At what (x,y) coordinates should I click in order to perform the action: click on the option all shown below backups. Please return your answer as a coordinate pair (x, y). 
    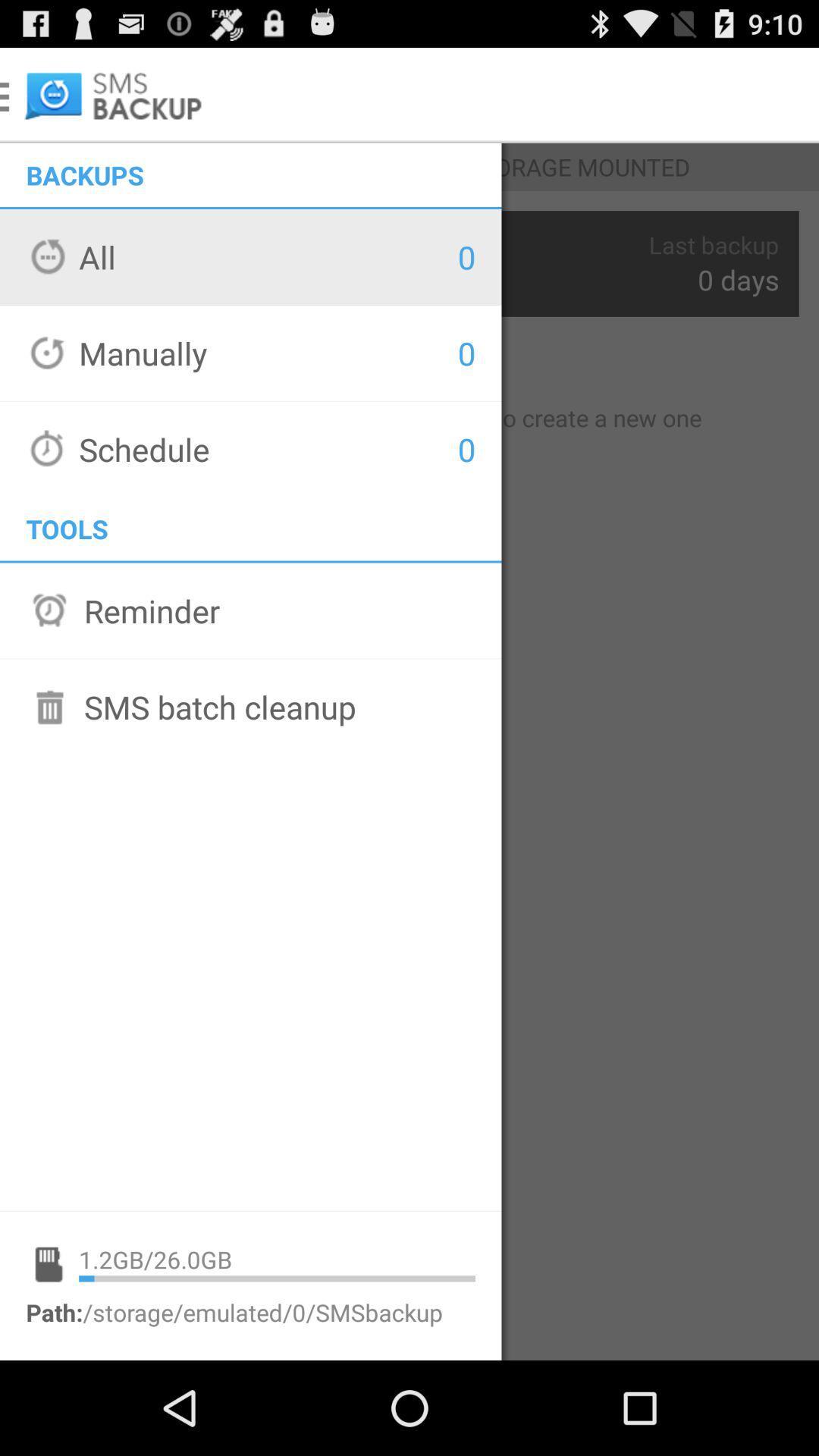
    Looking at the image, I should click on (89, 265).